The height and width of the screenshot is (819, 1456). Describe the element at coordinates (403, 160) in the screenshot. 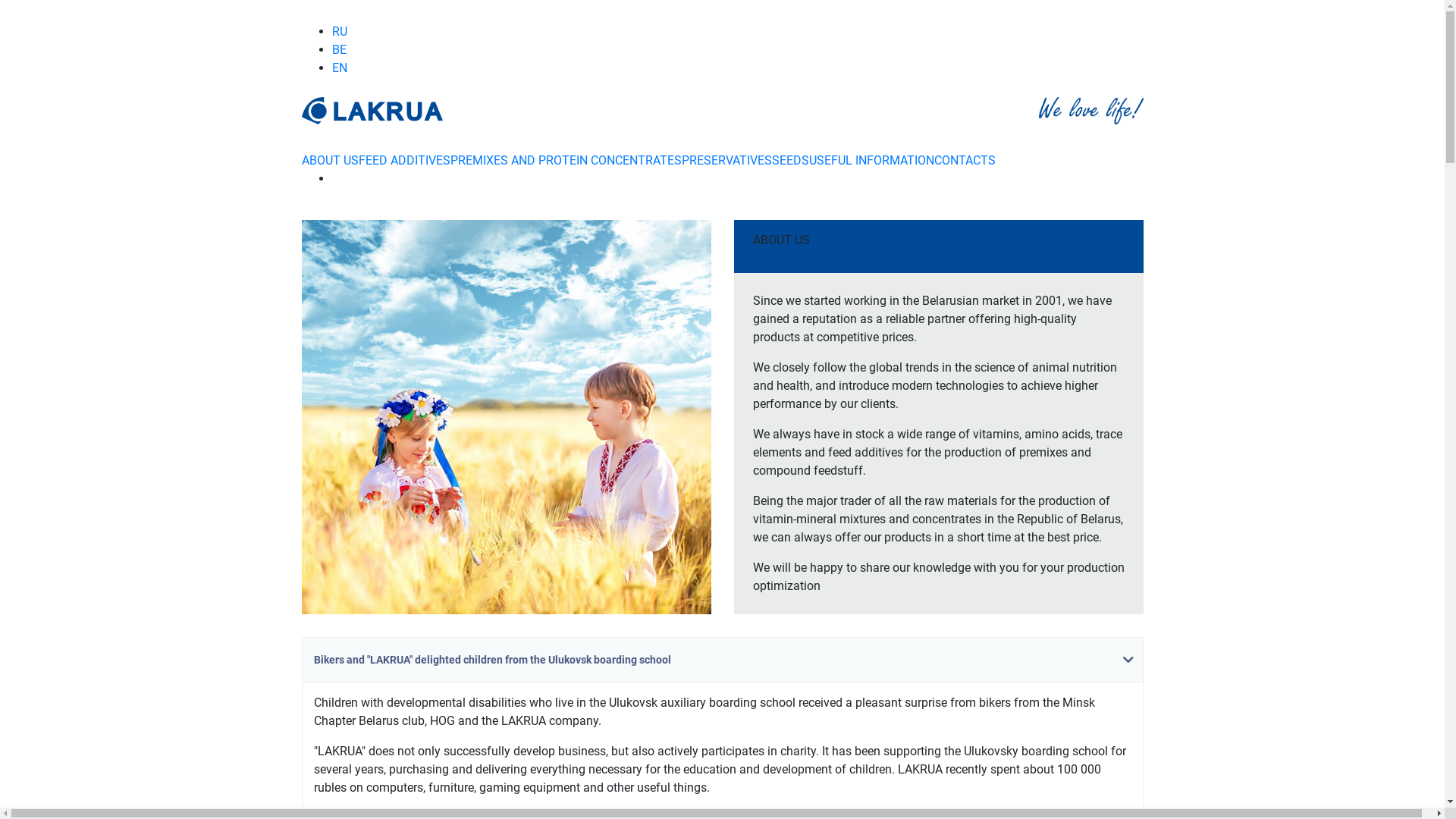

I see `'FEED ADDITIVES'` at that location.